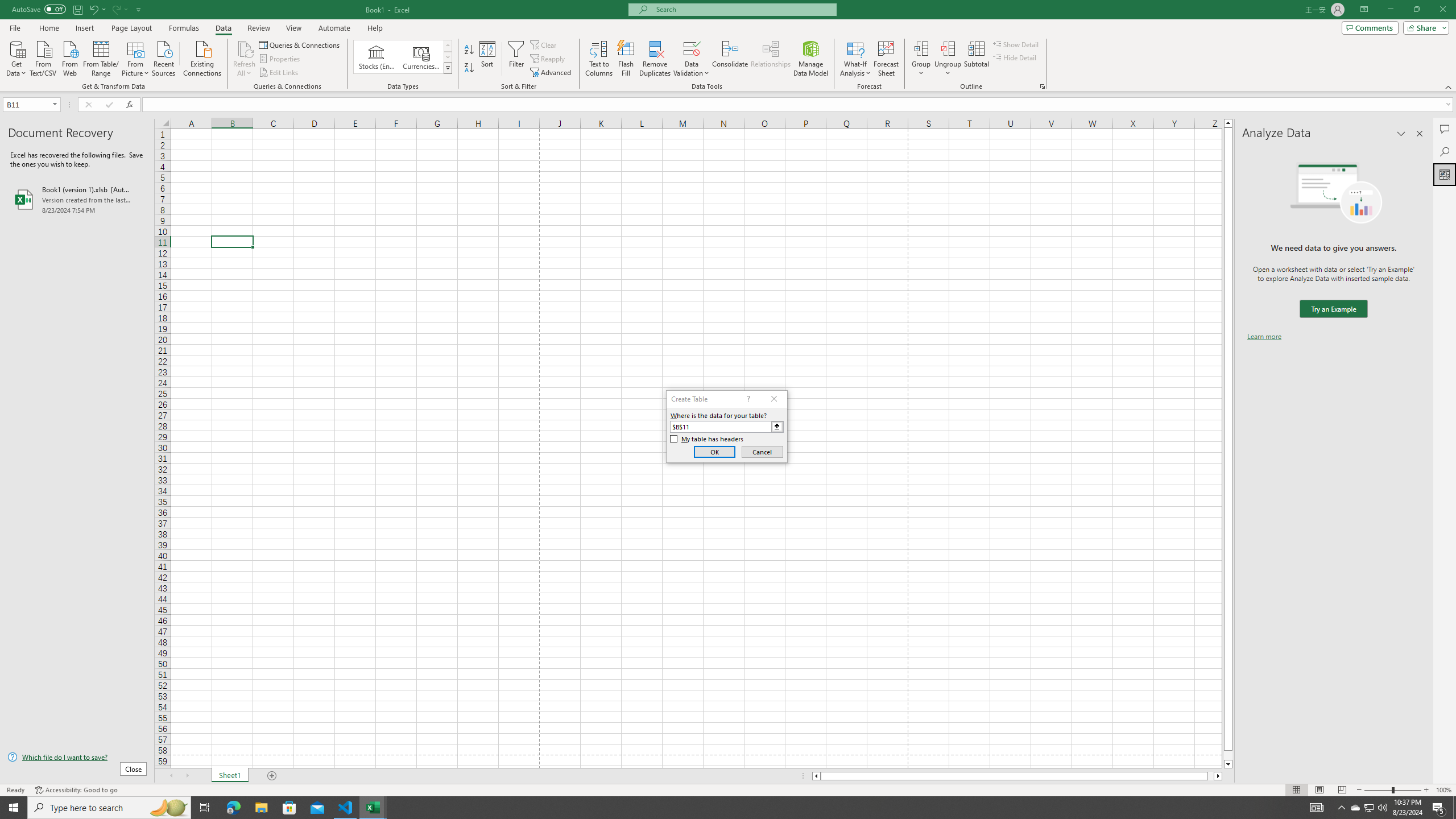 This screenshot has width=1456, height=819. Describe the element at coordinates (948, 59) in the screenshot. I see `'Ungroup...'` at that location.